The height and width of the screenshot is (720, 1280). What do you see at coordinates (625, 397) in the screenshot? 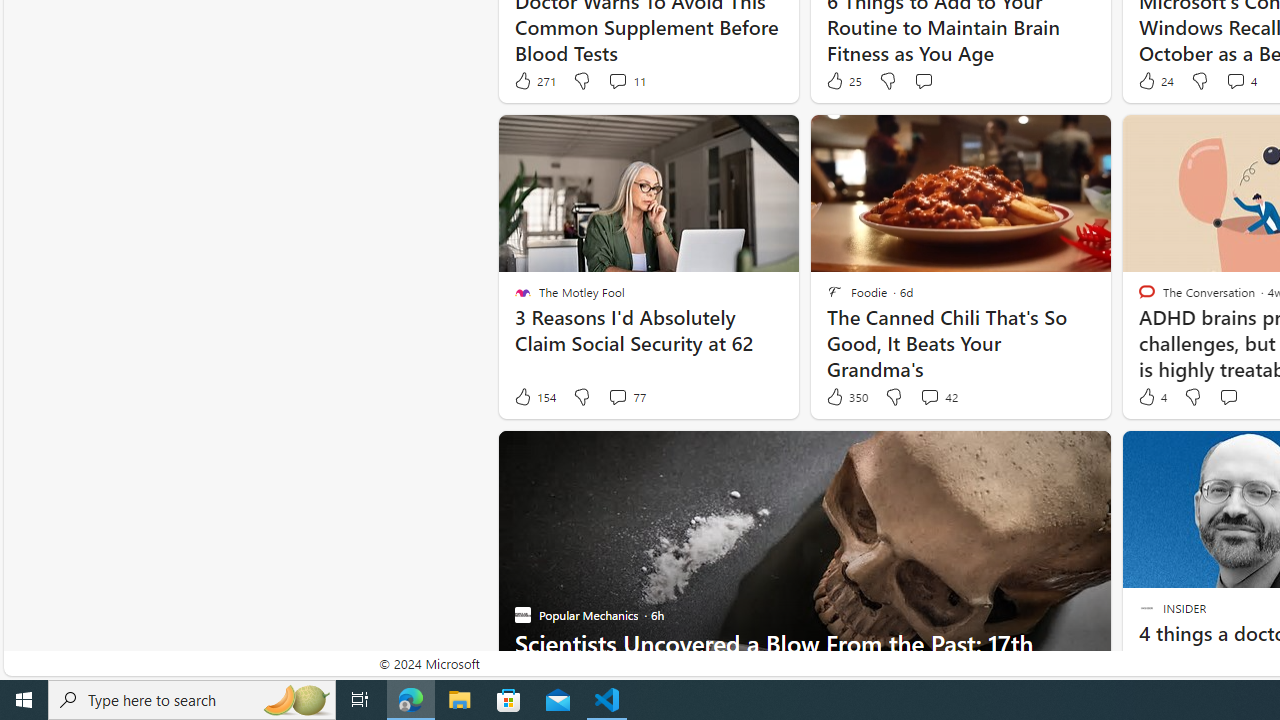
I see `'View comments 77 Comment'` at bounding box center [625, 397].